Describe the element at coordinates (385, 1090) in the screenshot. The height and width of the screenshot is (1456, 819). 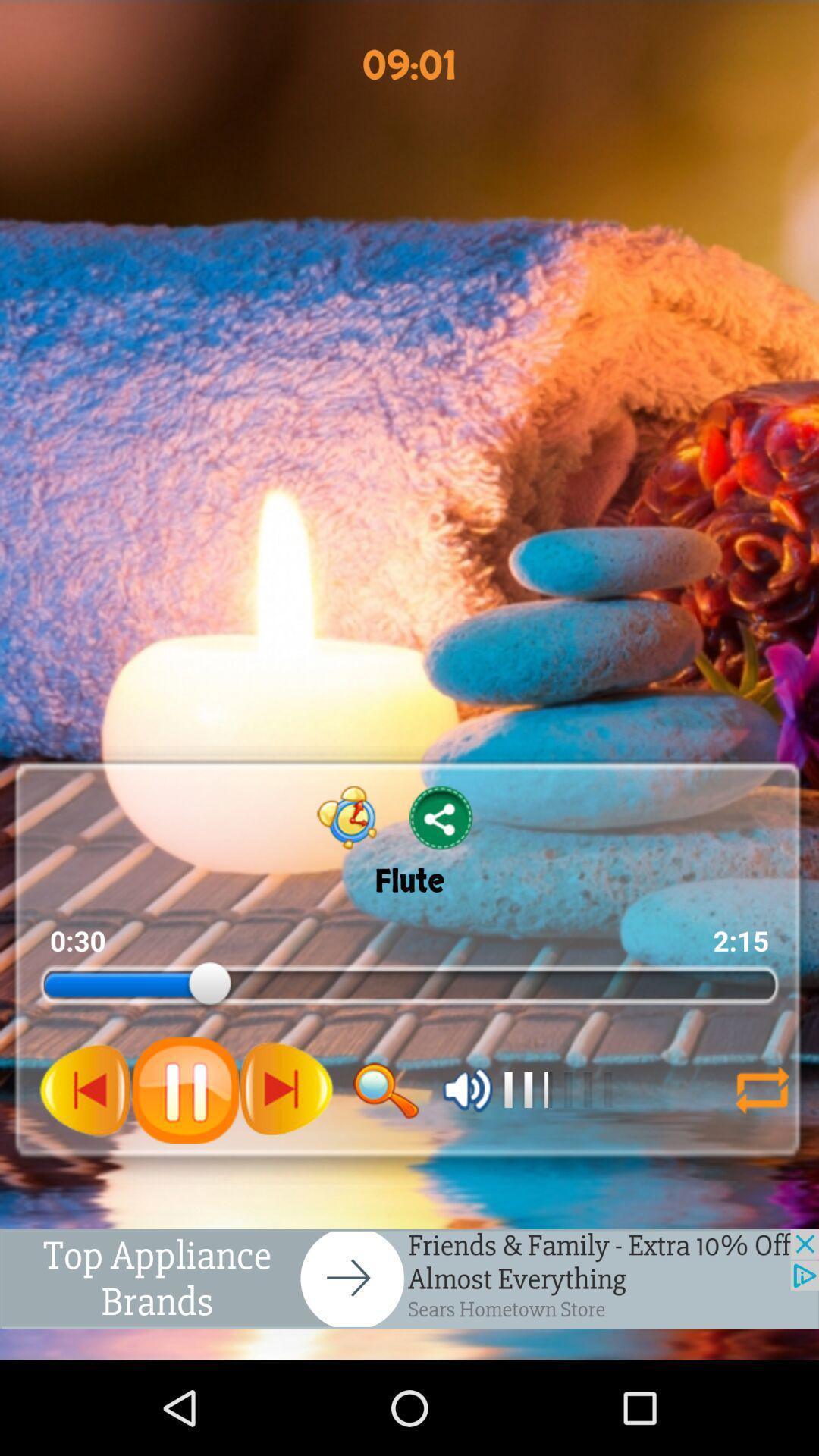
I see `search option` at that location.